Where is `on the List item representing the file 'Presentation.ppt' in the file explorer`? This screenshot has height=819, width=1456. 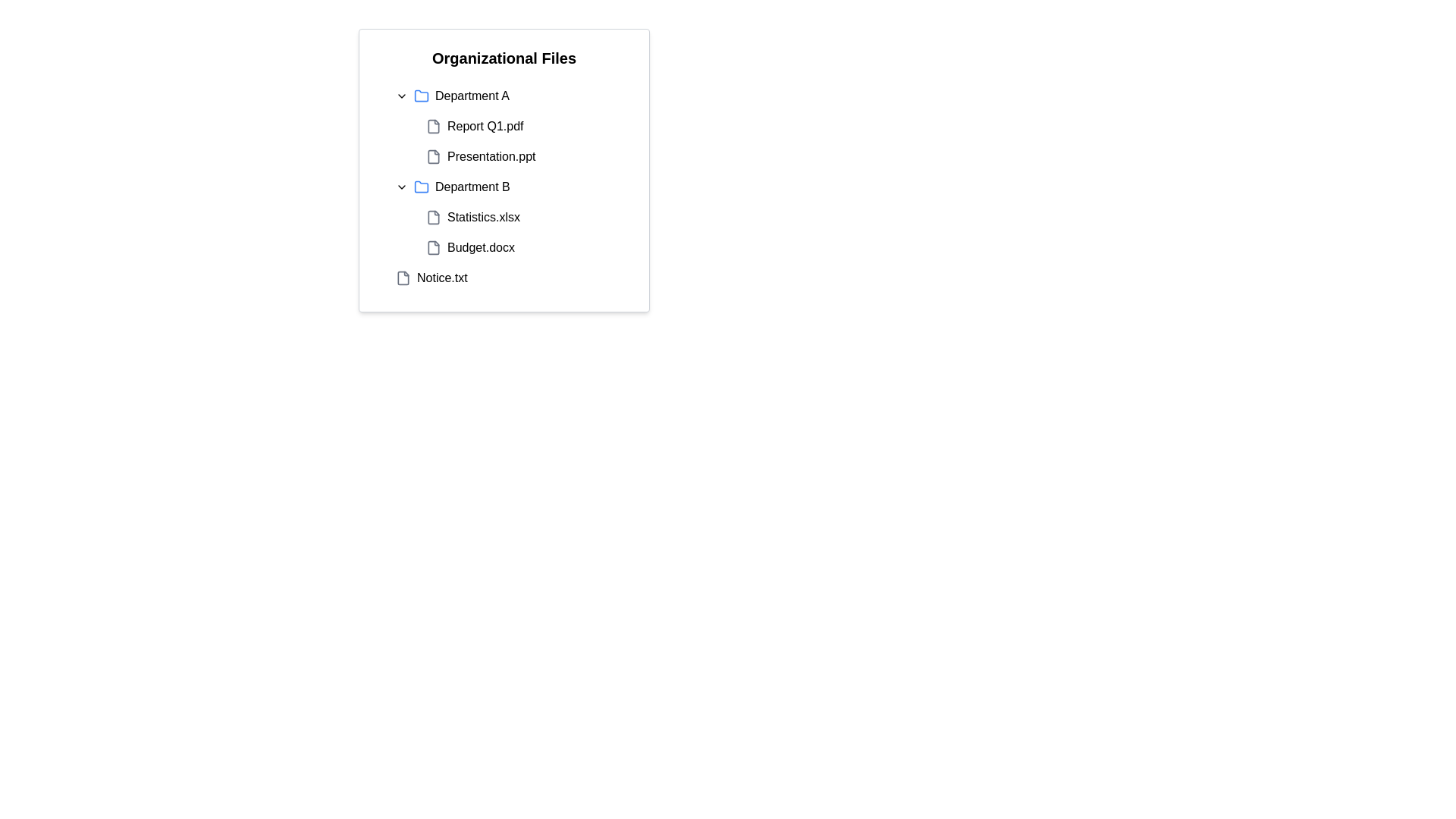
on the List item representing the file 'Presentation.ppt' in the file explorer is located at coordinates (519, 157).